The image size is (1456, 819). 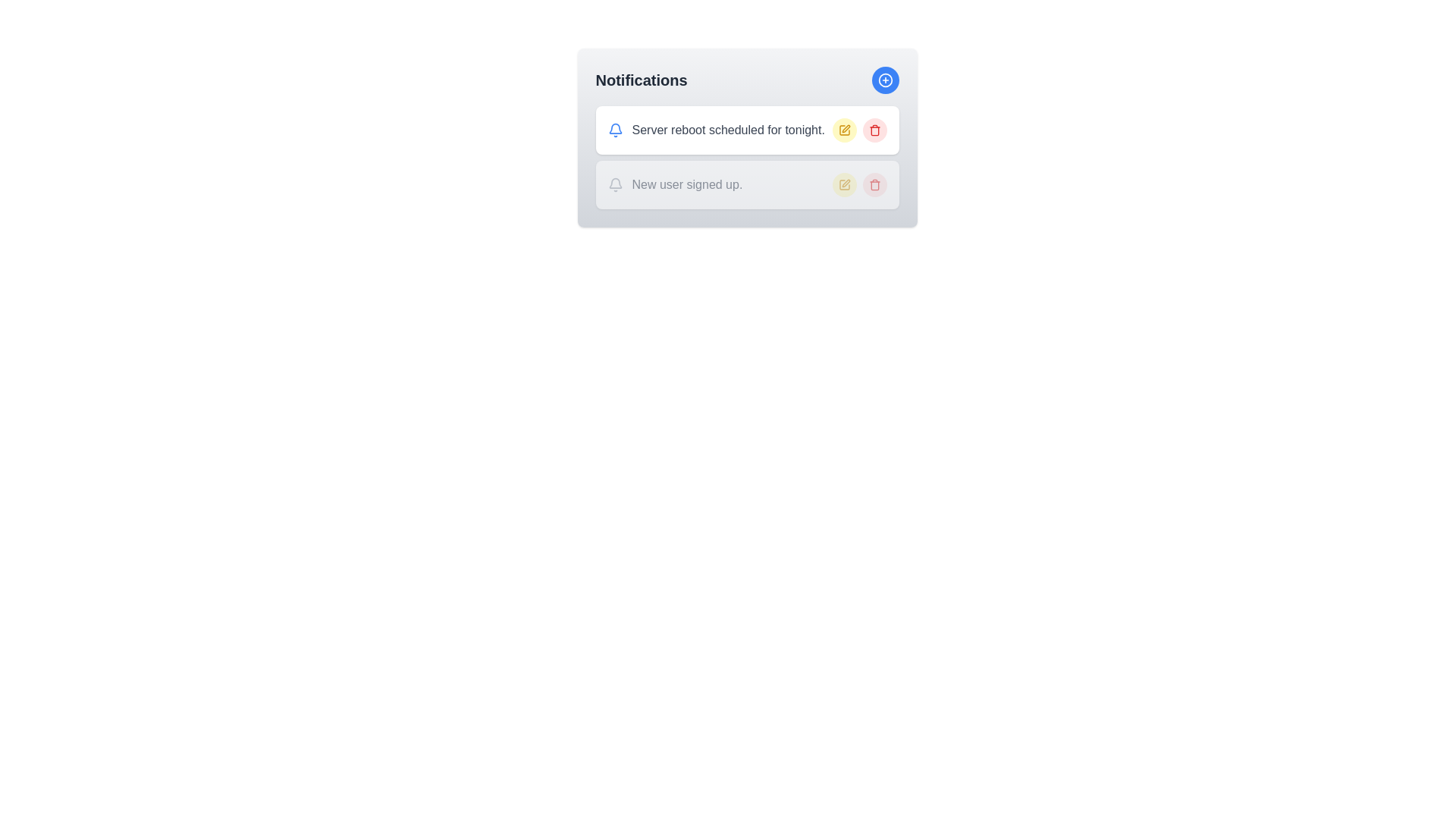 What do you see at coordinates (874, 130) in the screenshot?
I see `the delete button for a notification entry located at the far right of the notification entry` at bounding box center [874, 130].